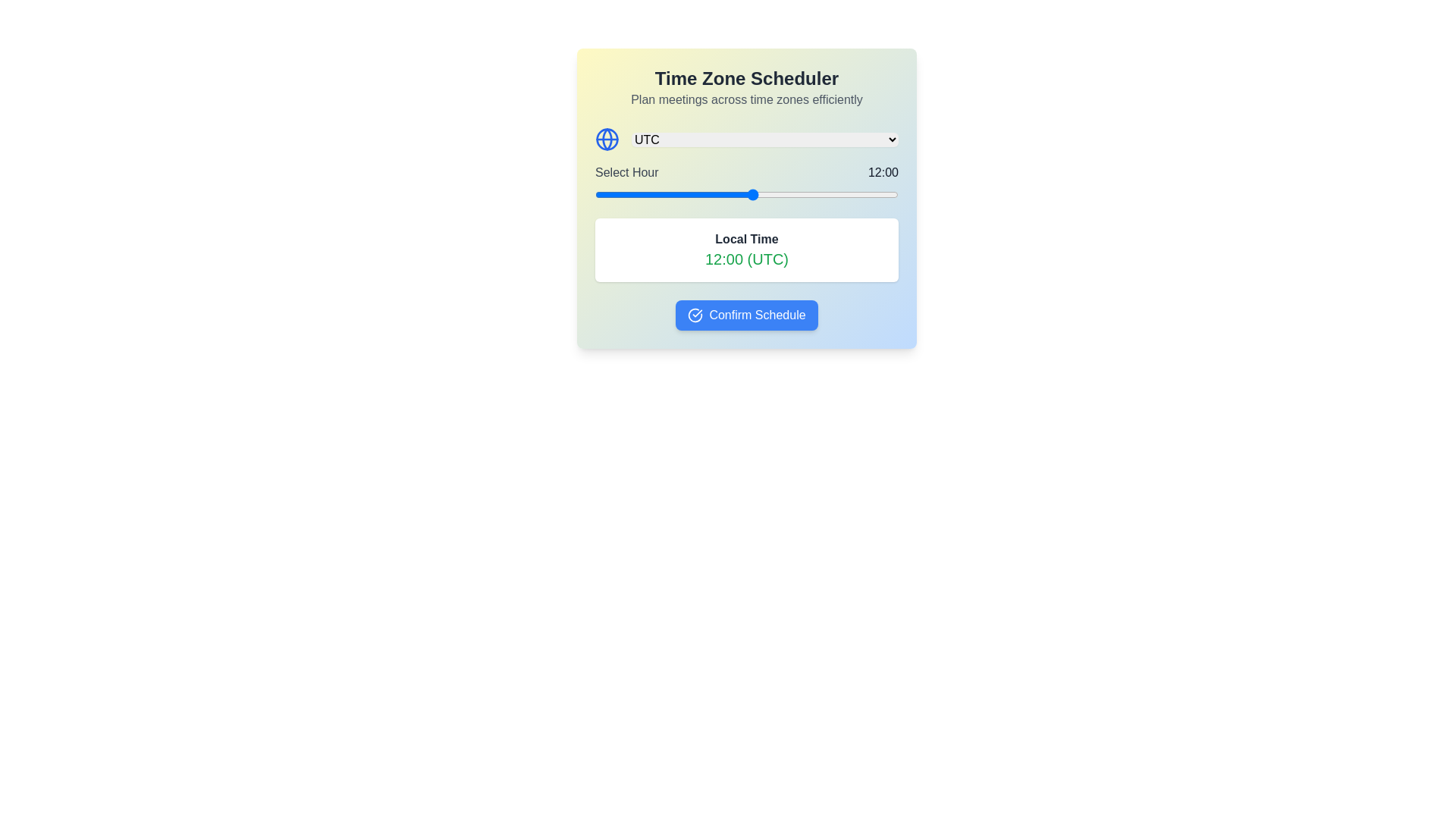 The height and width of the screenshot is (819, 1456). Describe the element at coordinates (746, 259) in the screenshot. I see `text displayed in the Text label that shows the current time in UTC format, which is located beneath the 'Local Time' label` at that location.